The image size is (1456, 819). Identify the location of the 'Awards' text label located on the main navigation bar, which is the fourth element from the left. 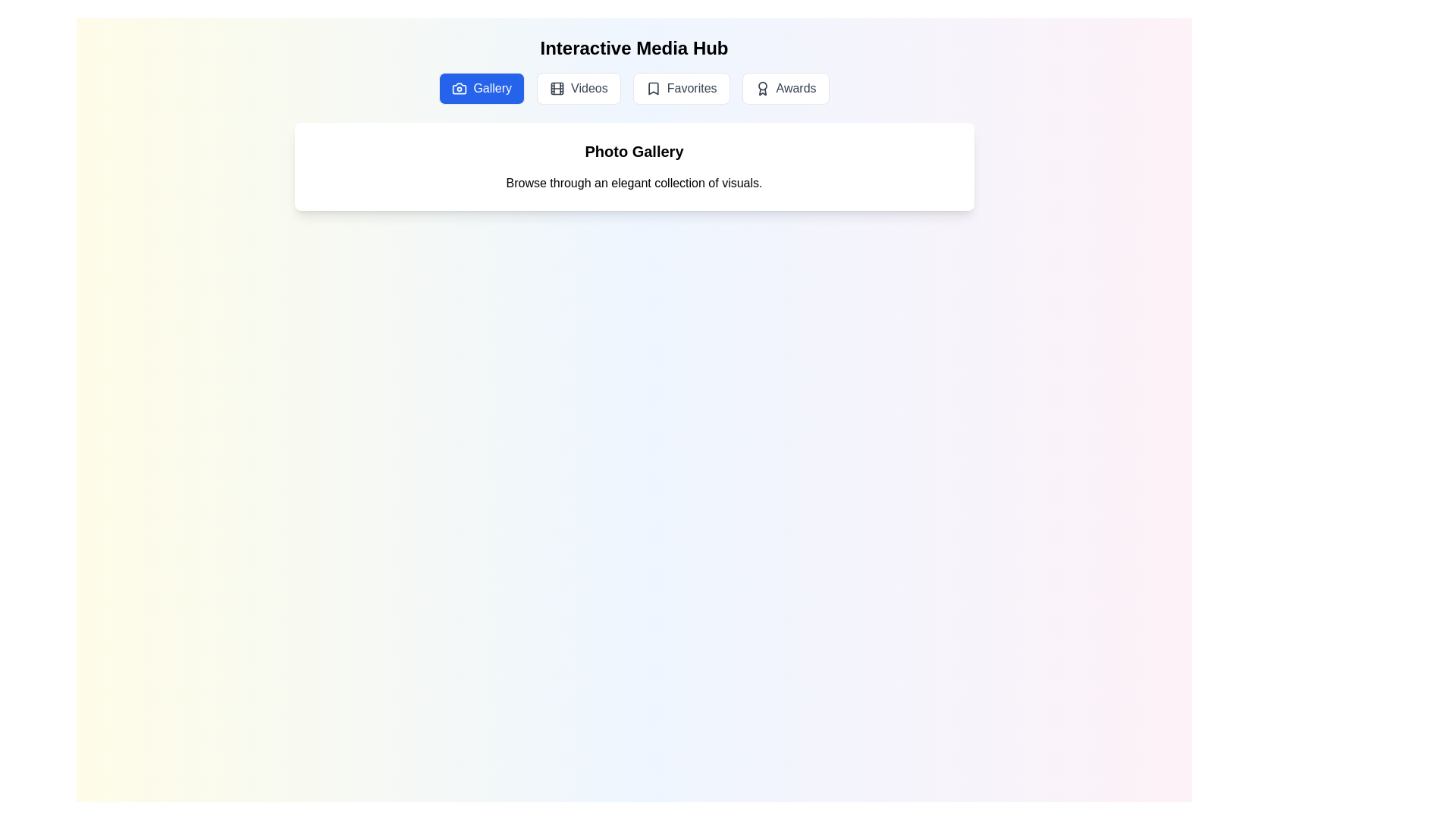
(795, 88).